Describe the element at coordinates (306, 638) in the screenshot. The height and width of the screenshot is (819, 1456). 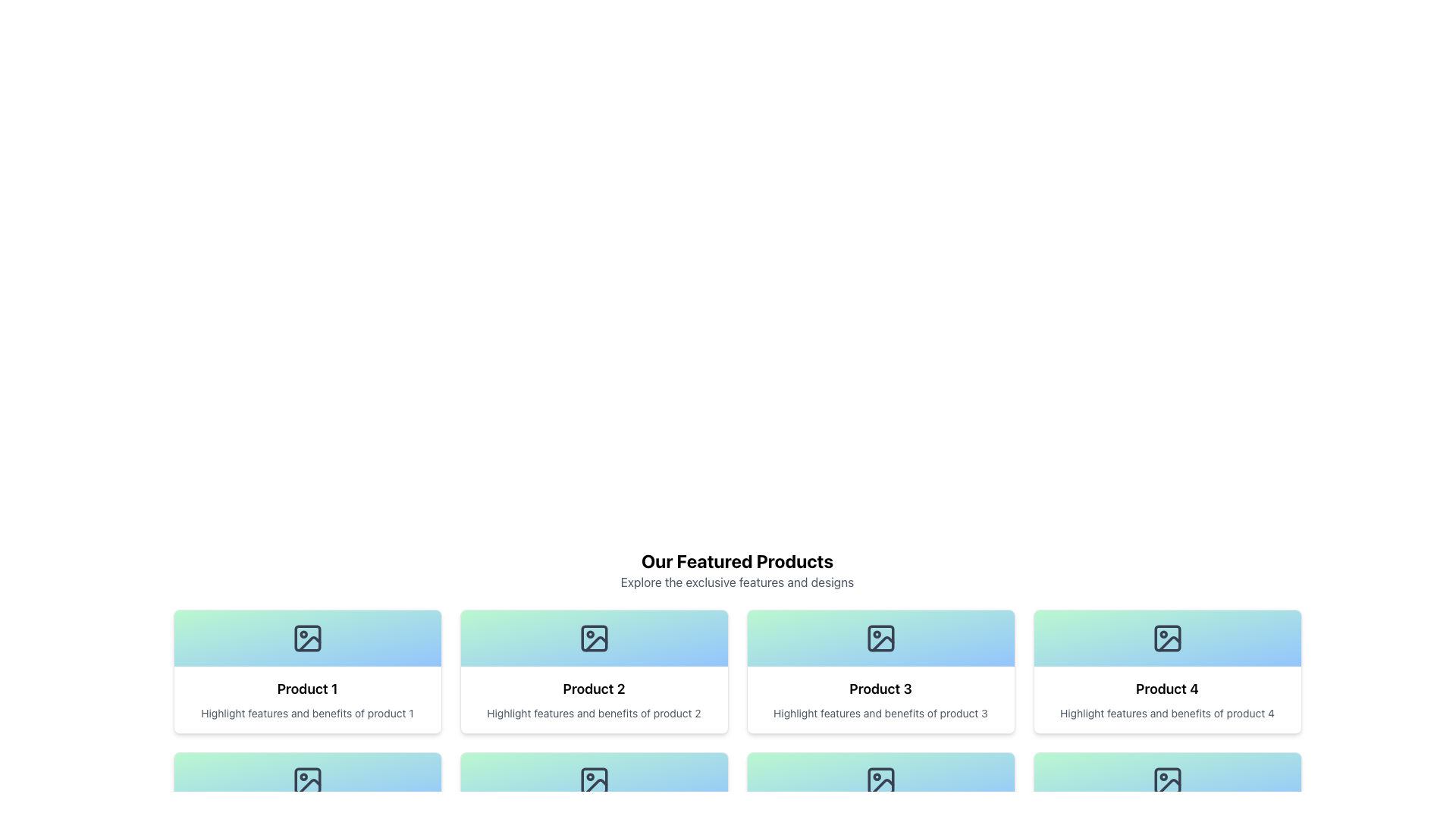
I see `the Decorative Section with a gradient background and a gray mountain and sun icon, located at the top center of the 'Product 1' card` at that location.